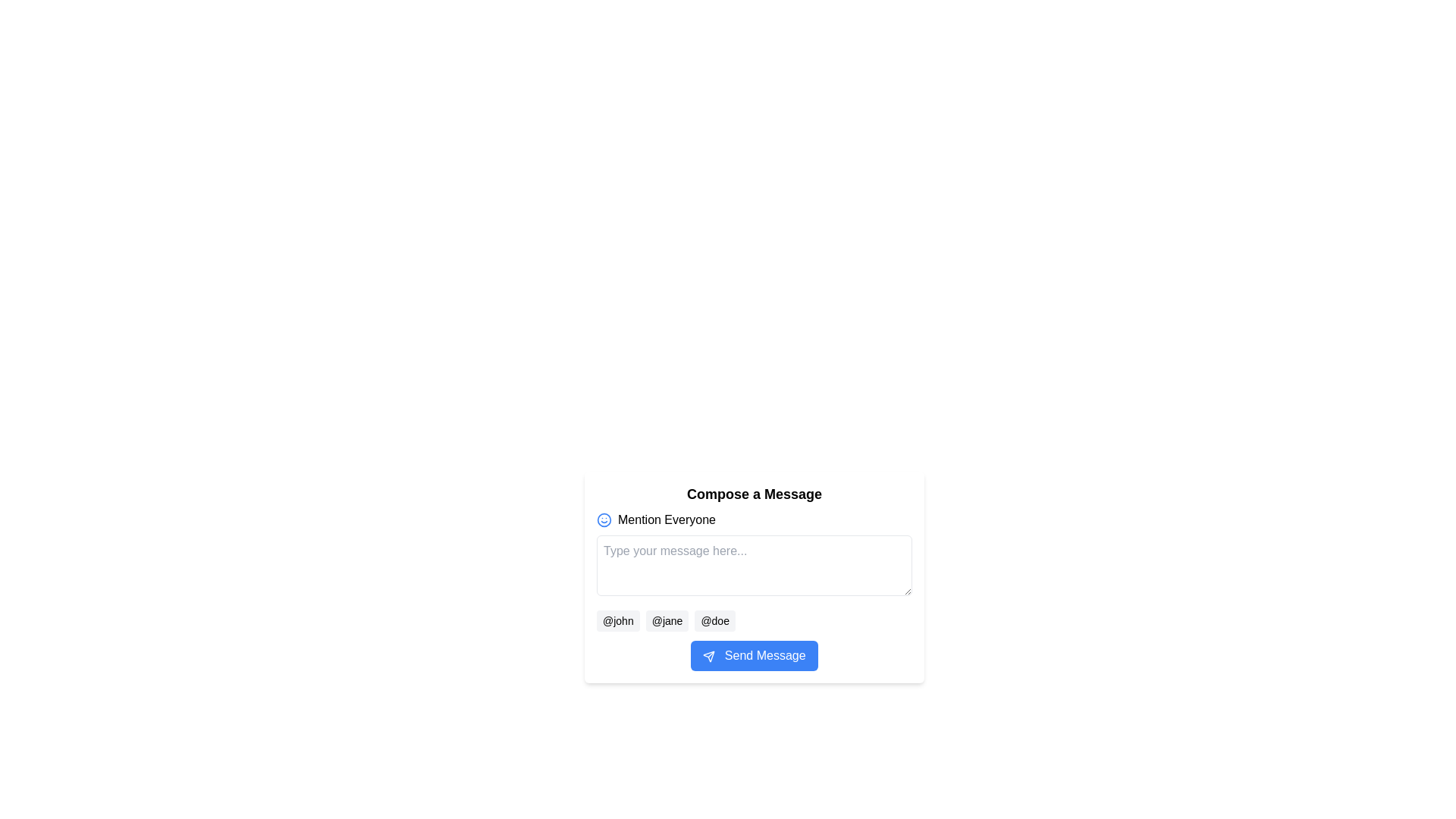 The width and height of the screenshot is (1456, 819). Describe the element at coordinates (618, 620) in the screenshot. I see `the first button-like interactive text label representing the user 'john'` at that location.